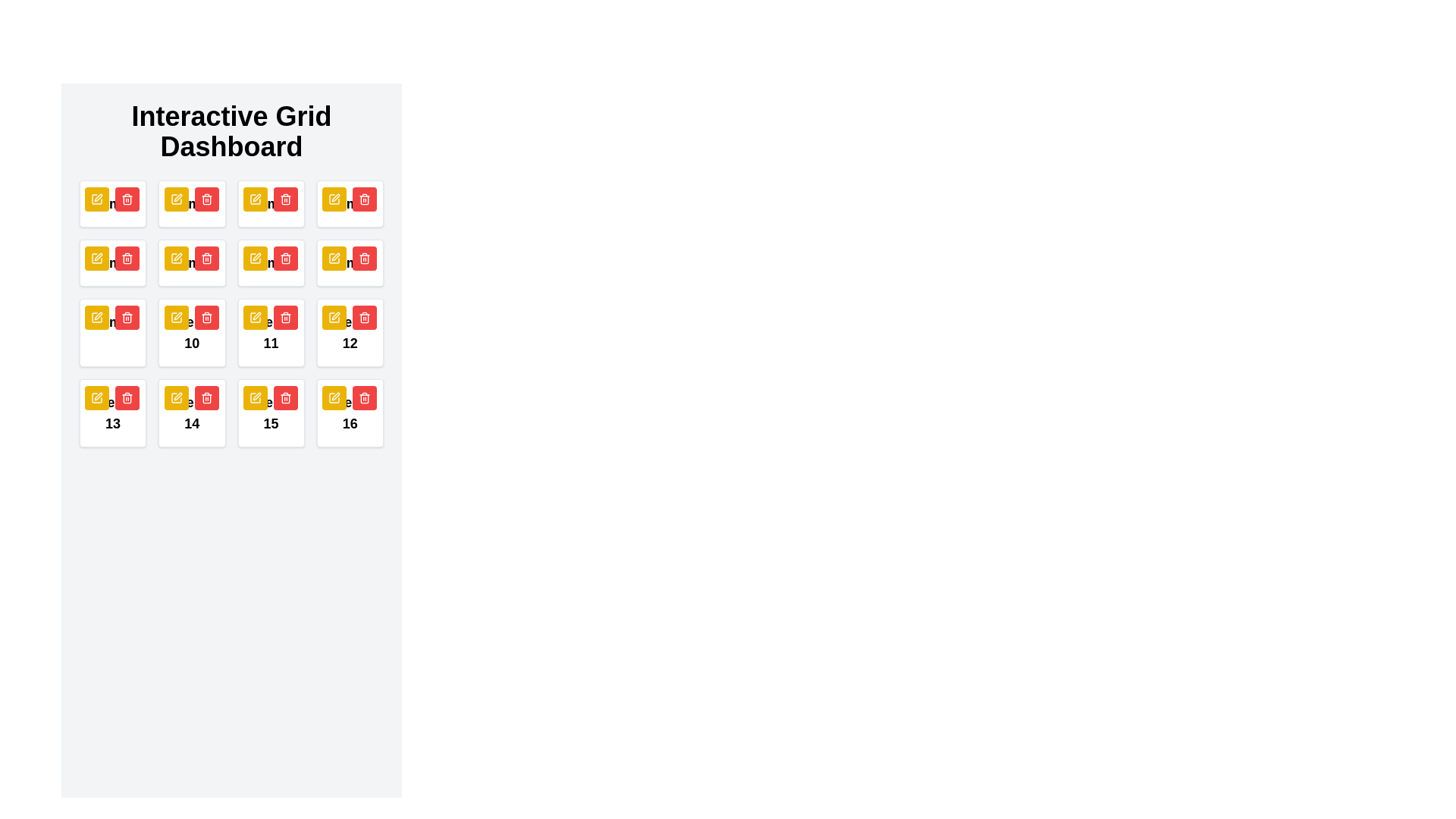 The image size is (1456, 819). I want to click on the edit button SVG Icon located in the first row and first column of the grid layout, positioned to the left of the delete button, so click(96, 198).